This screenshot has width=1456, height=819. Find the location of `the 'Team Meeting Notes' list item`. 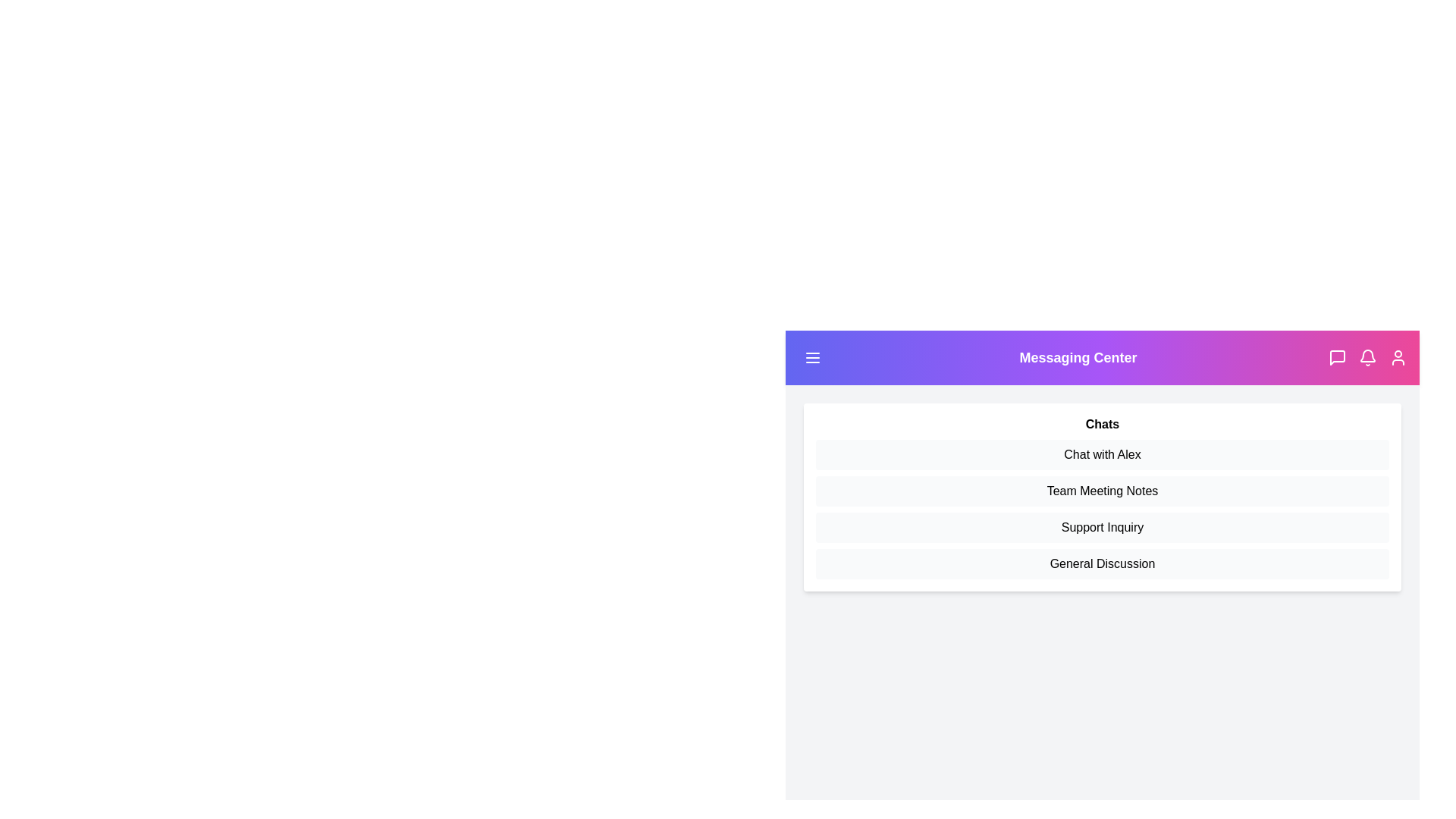

the 'Team Meeting Notes' list item is located at coordinates (1103, 491).